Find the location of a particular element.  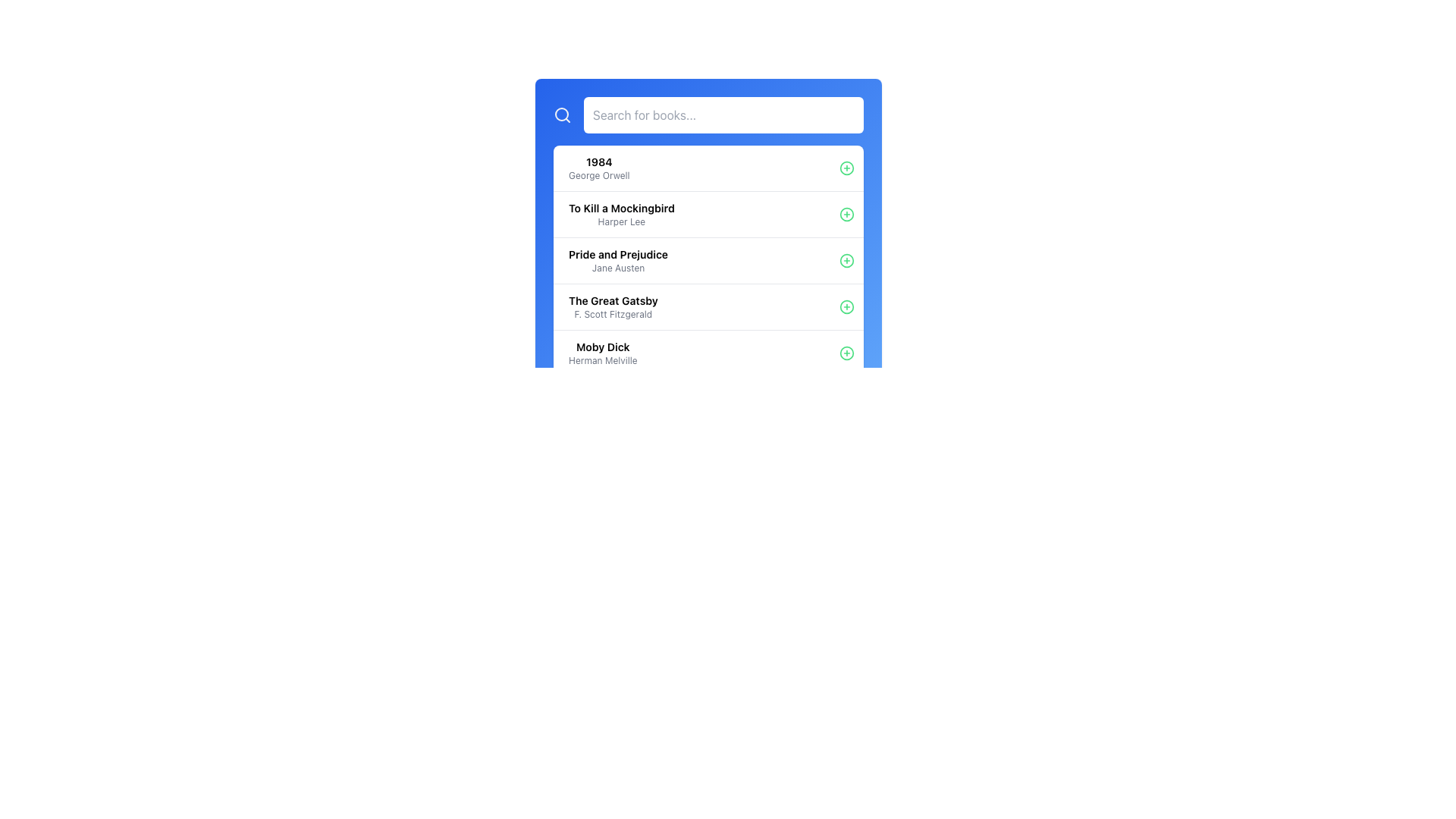

the third list item labeled 'Pride and Prejudice' by Jane Austen is located at coordinates (708, 259).